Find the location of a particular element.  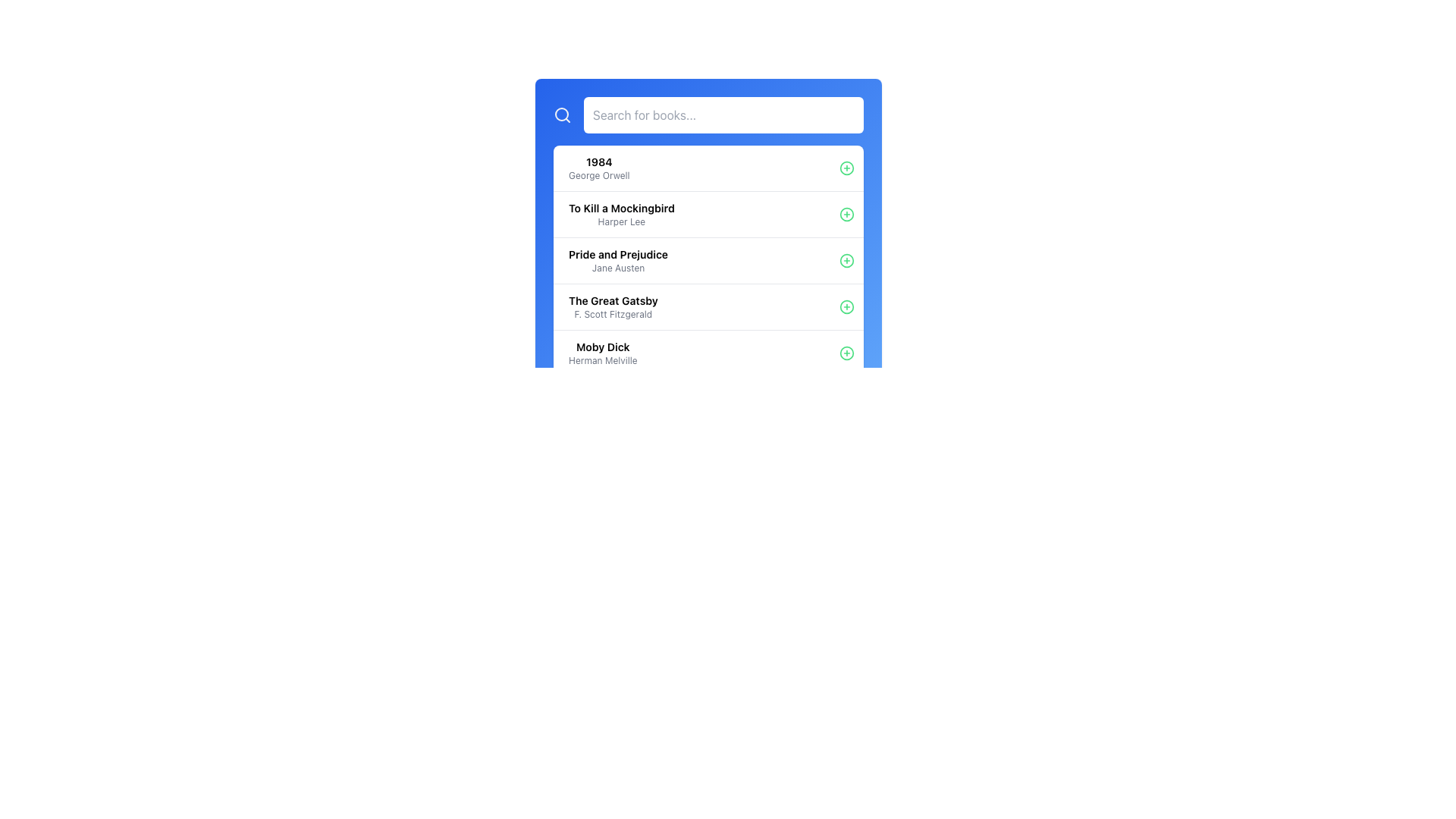

the third list item labeled 'Pride and Prejudice' by Jane Austen is located at coordinates (708, 259).